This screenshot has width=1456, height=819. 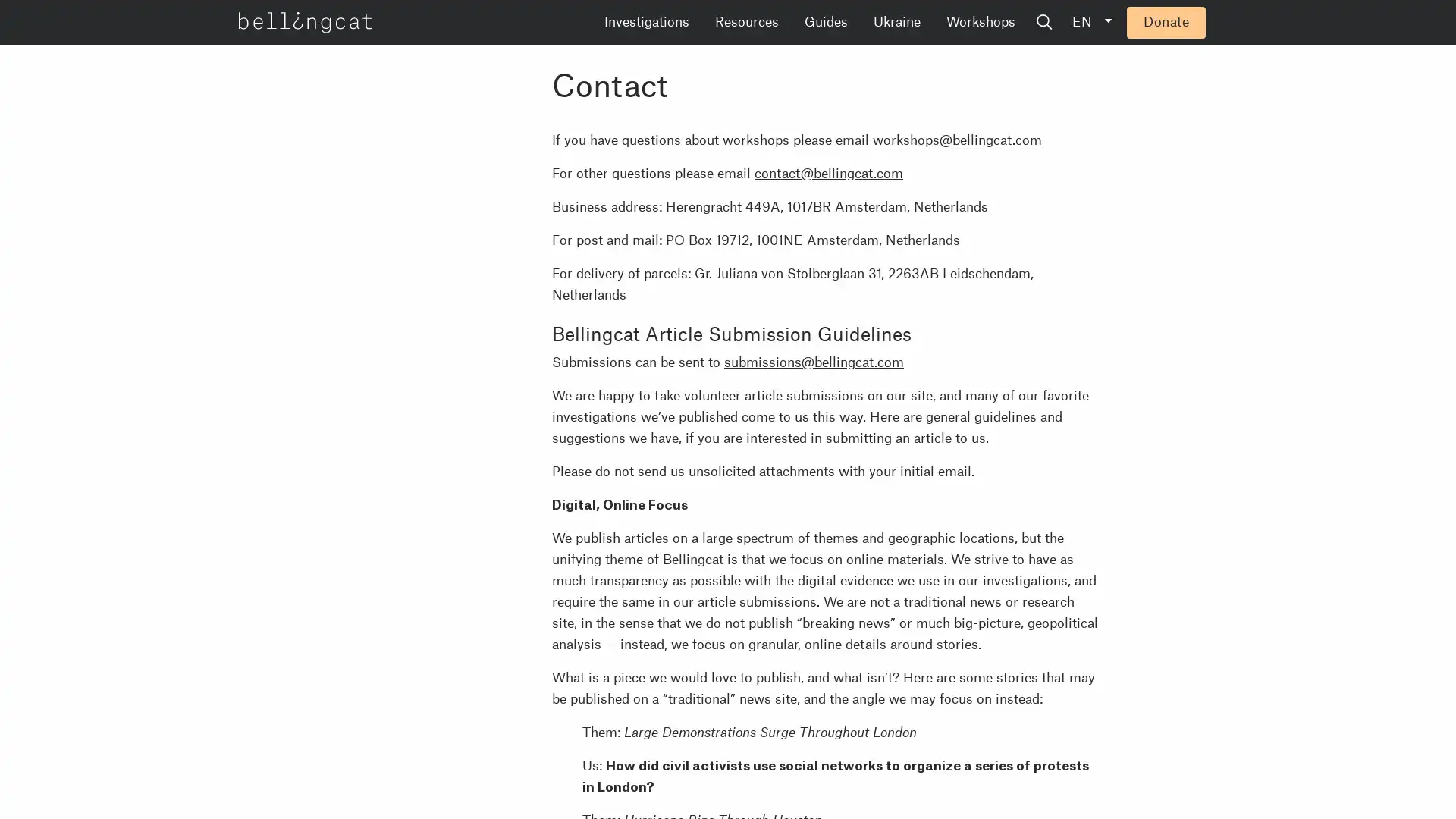 What do you see at coordinates (1159, 23) in the screenshot?
I see `Search` at bounding box center [1159, 23].